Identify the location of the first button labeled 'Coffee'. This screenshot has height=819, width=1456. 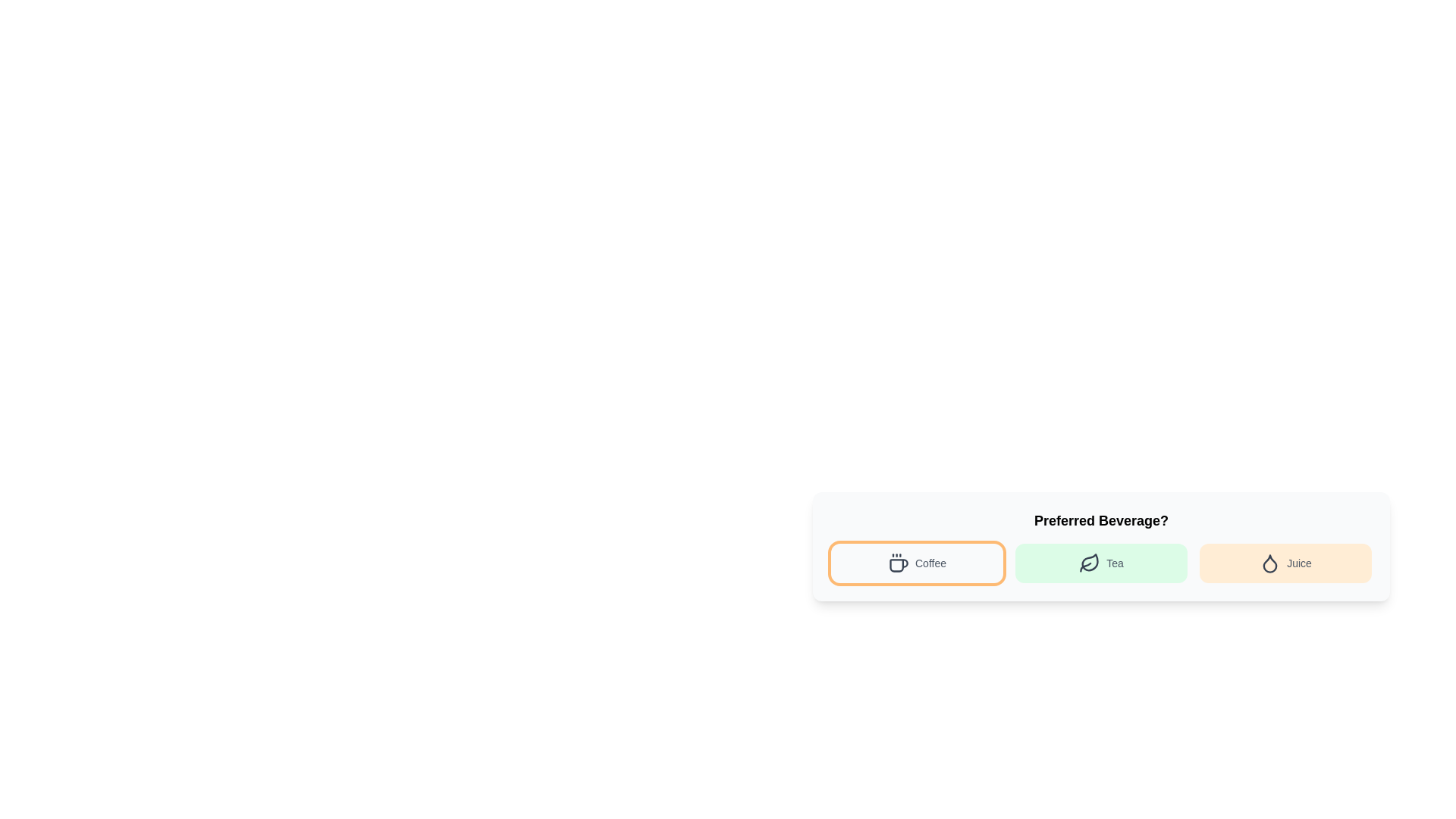
(916, 563).